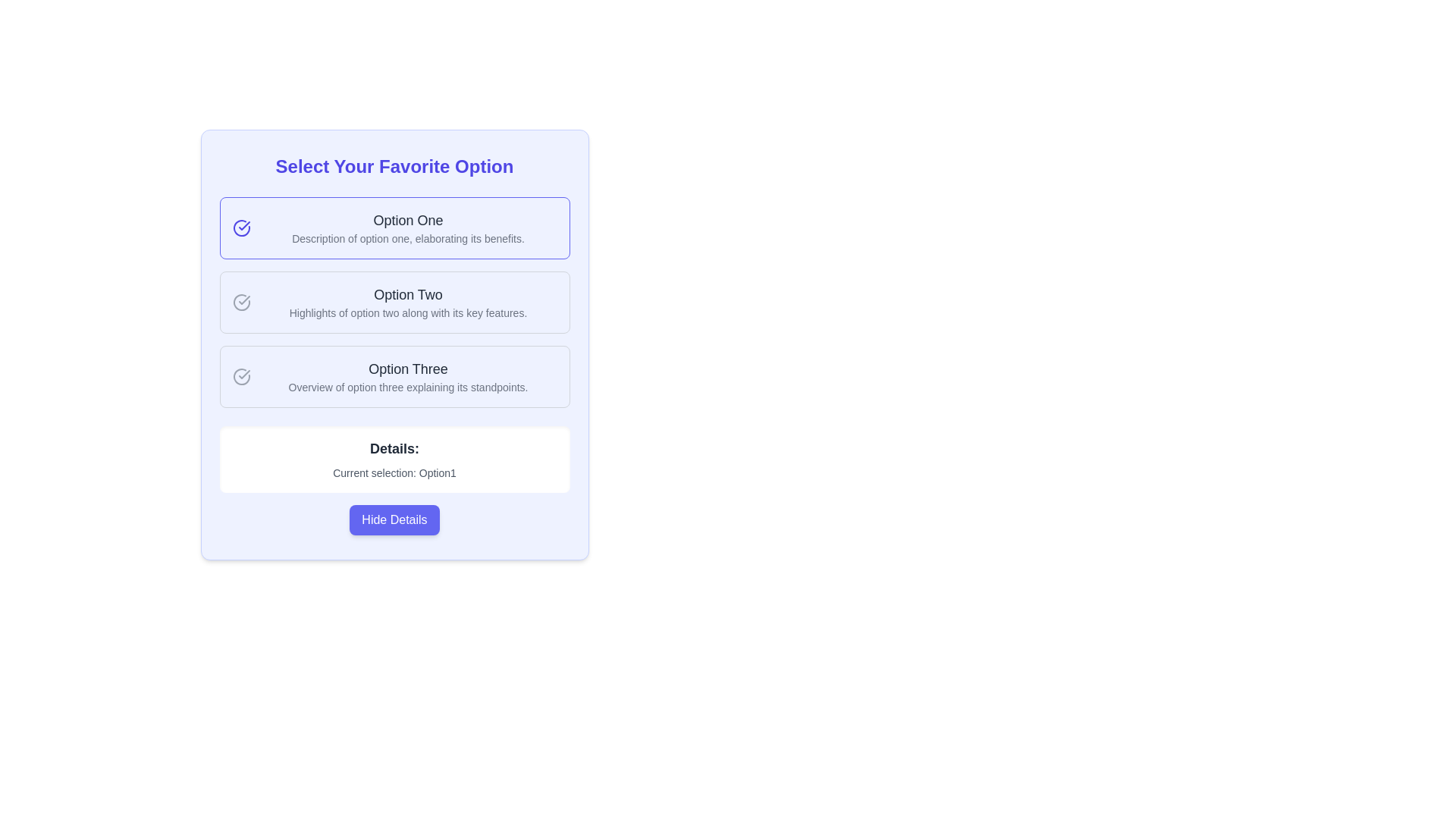 This screenshot has width=1456, height=819. Describe the element at coordinates (394, 376) in the screenshot. I see `the third radio option button labeled 'Option Three'` at that location.